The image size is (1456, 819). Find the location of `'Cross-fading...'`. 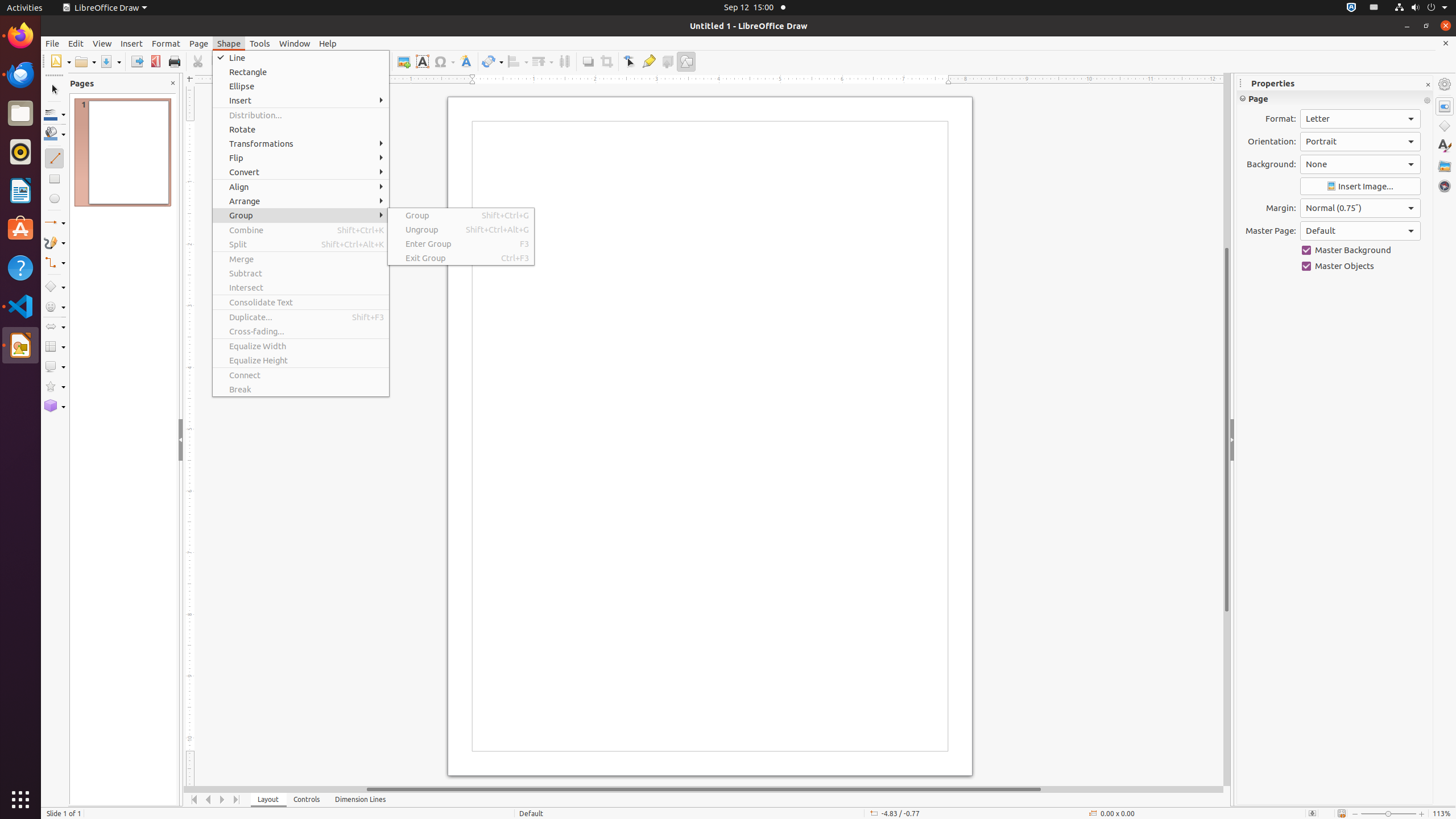

'Cross-fading...' is located at coordinates (300, 331).